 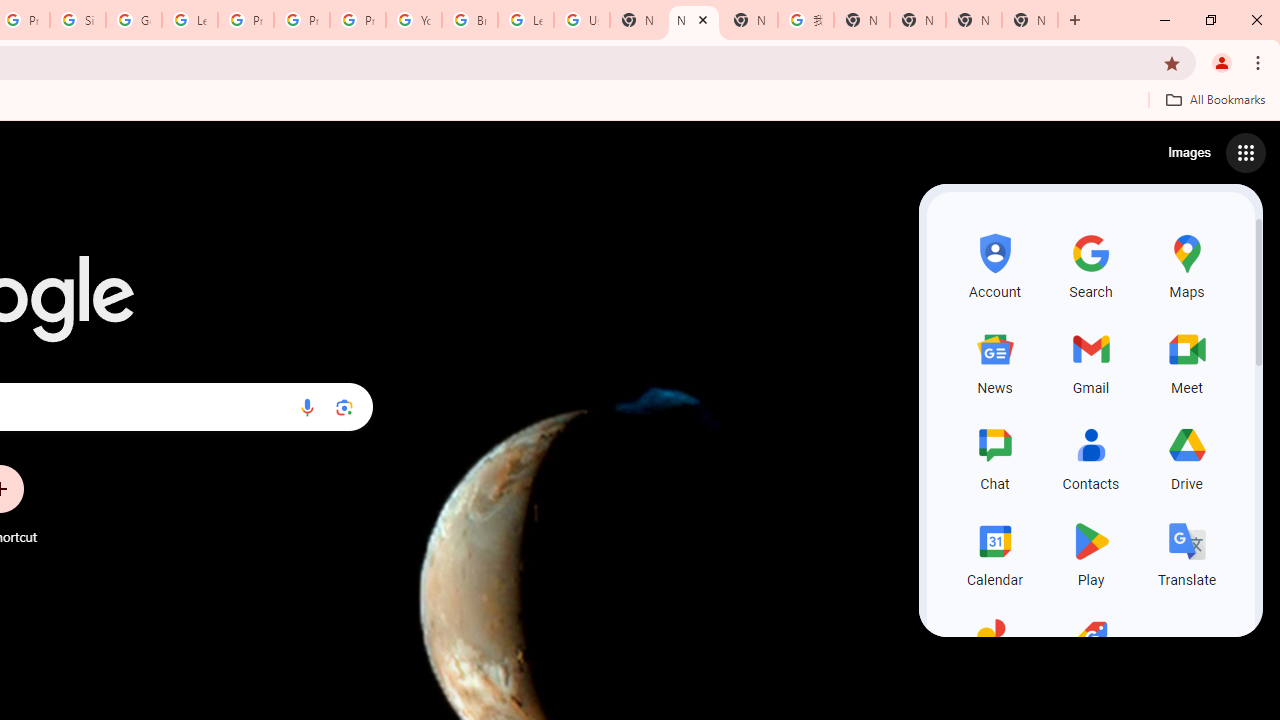 I want to click on 'Calendar, row 4 of 5 and column 1 of 3 in the first section', so click(x=995, y=551).